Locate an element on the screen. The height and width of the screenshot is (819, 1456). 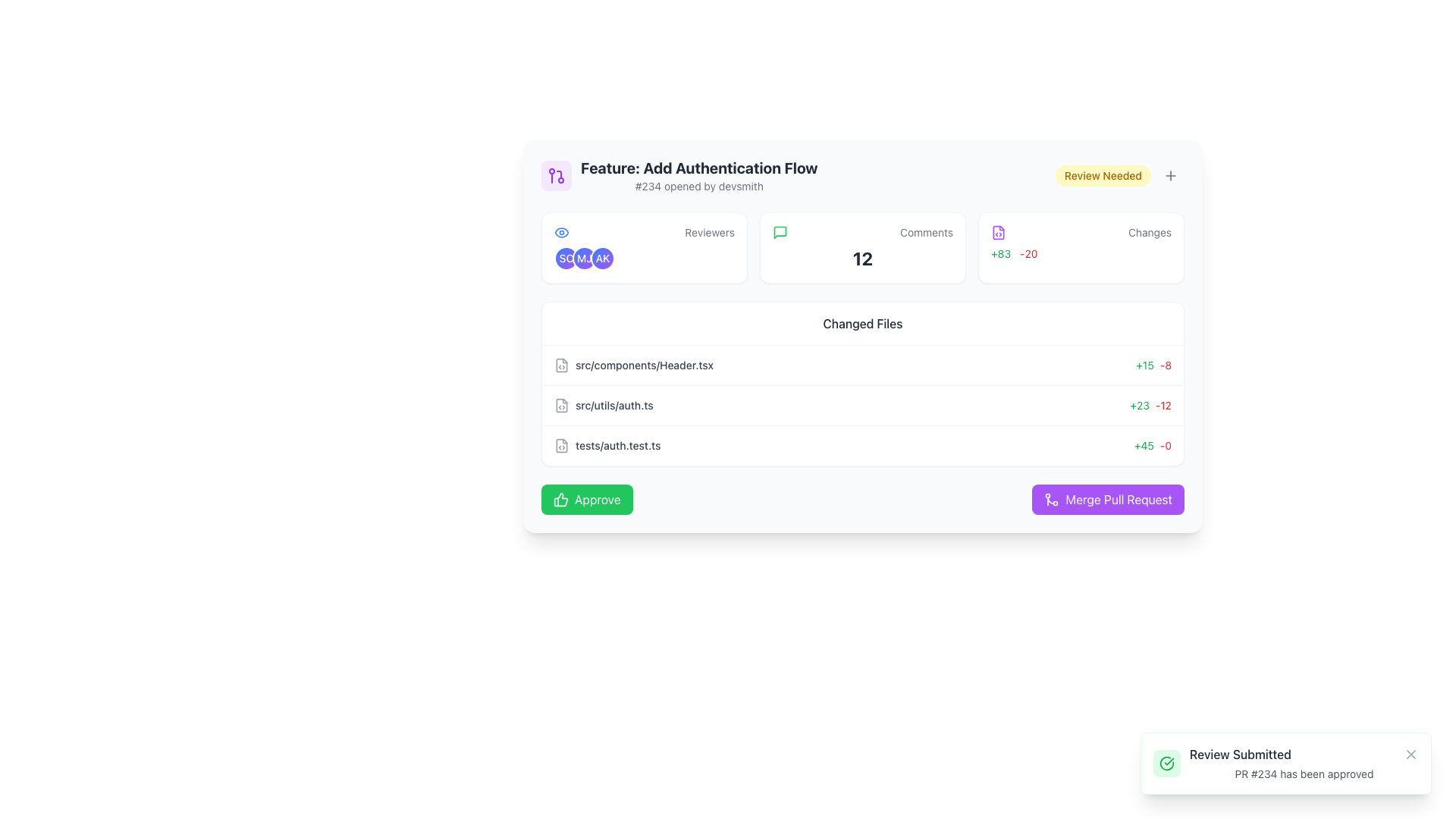
the text label displaying 'src/utils/auth.ts' in gray font is located at coordinates (614, 405).